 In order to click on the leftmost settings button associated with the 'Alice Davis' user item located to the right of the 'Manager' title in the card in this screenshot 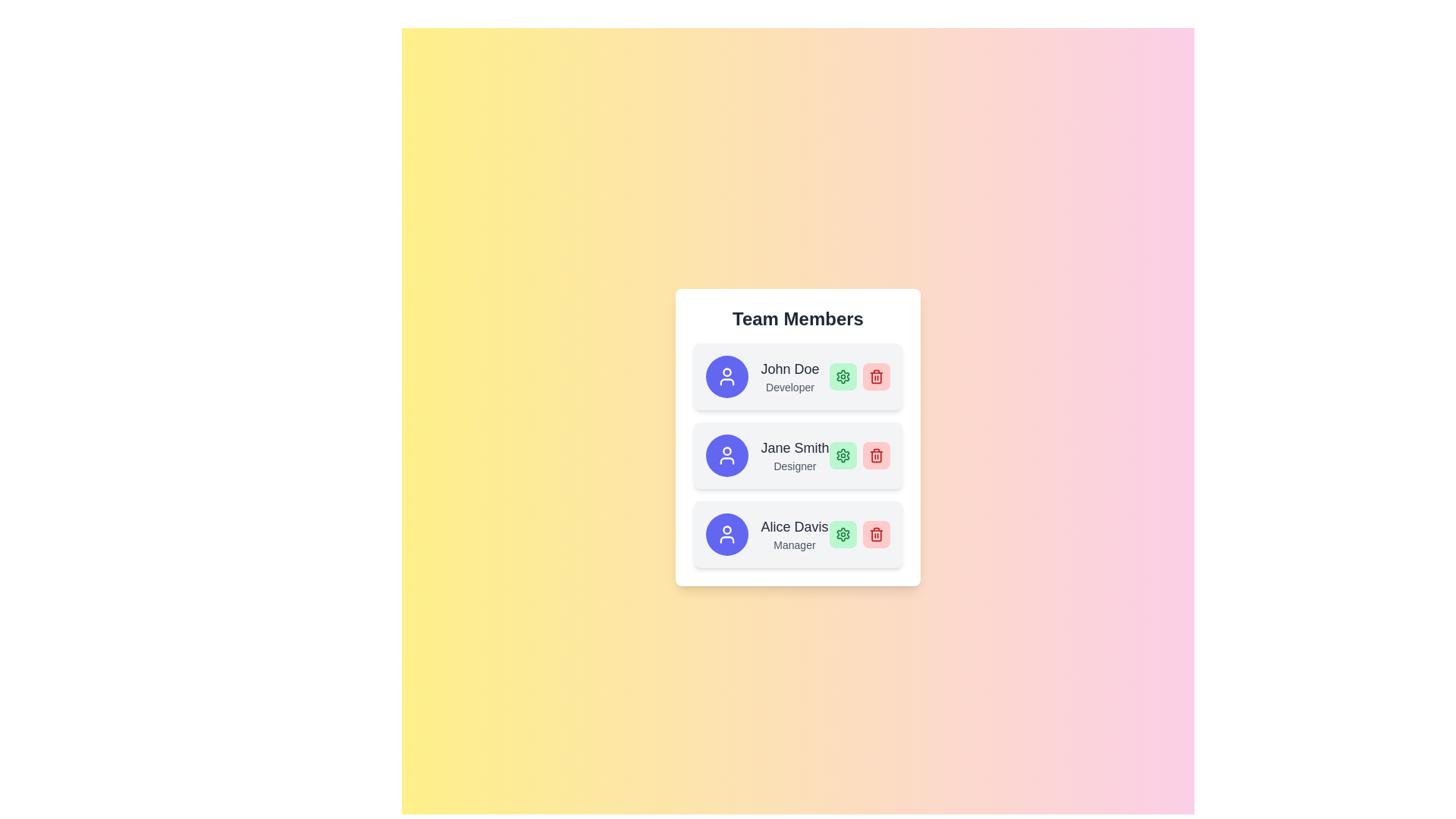, I will do `click(841, 534)`.